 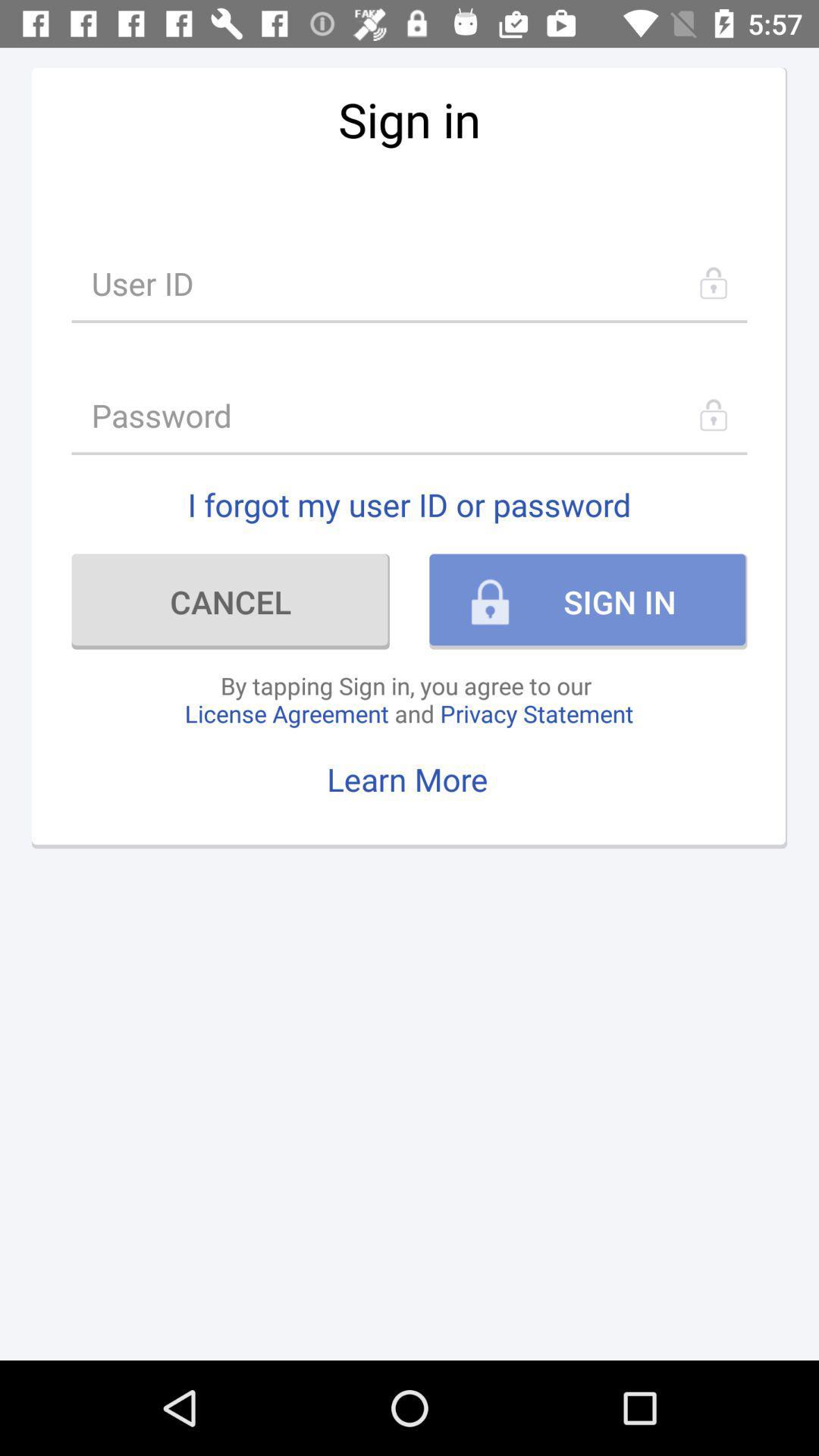 What do you see at coordinates (231, 601) in the screenshot?
I see `the icon below i forgot my item` at bounding box center [231, 601].